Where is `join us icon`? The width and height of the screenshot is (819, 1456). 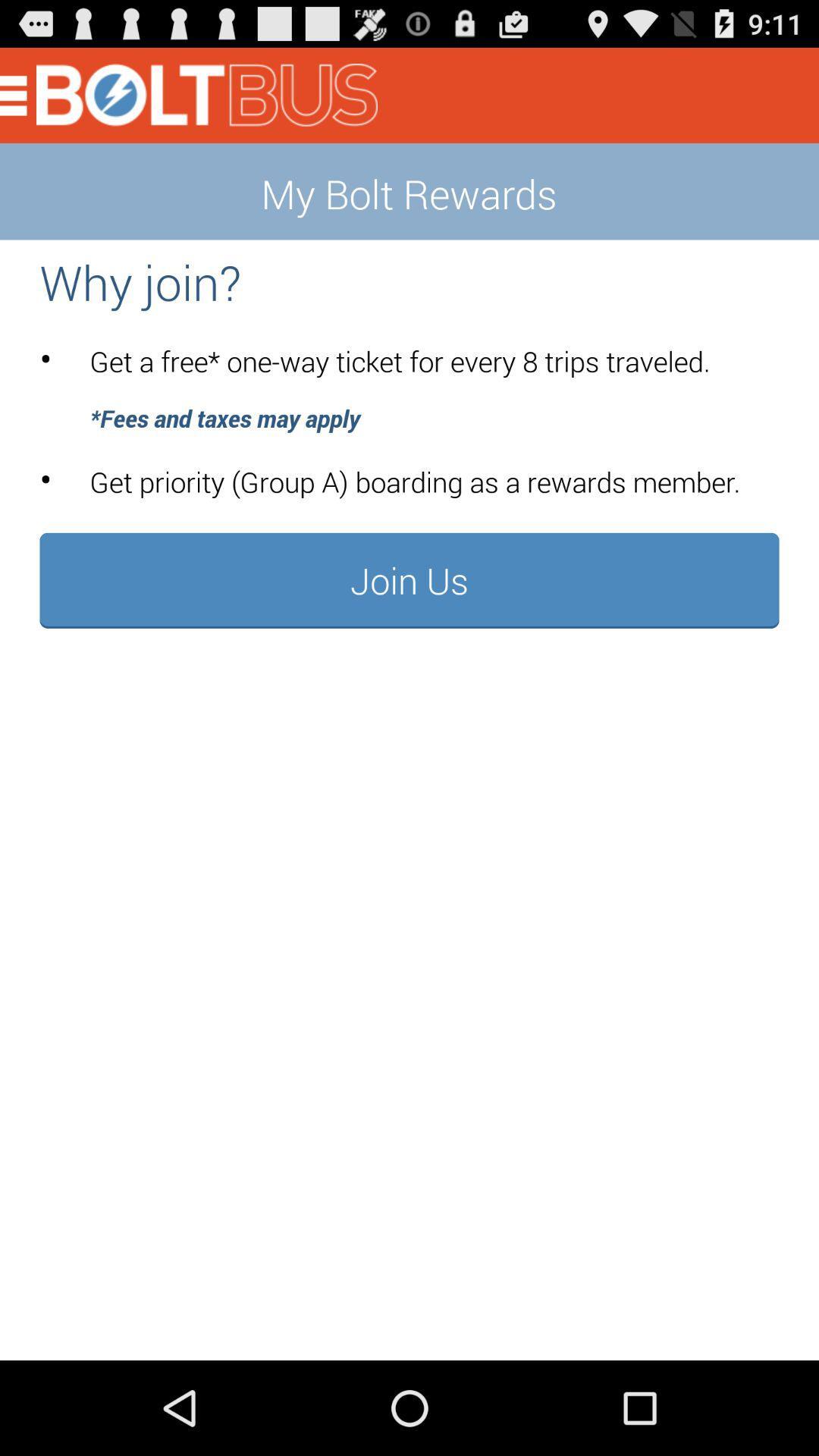
join us icon is located at coordinates (409, 579).